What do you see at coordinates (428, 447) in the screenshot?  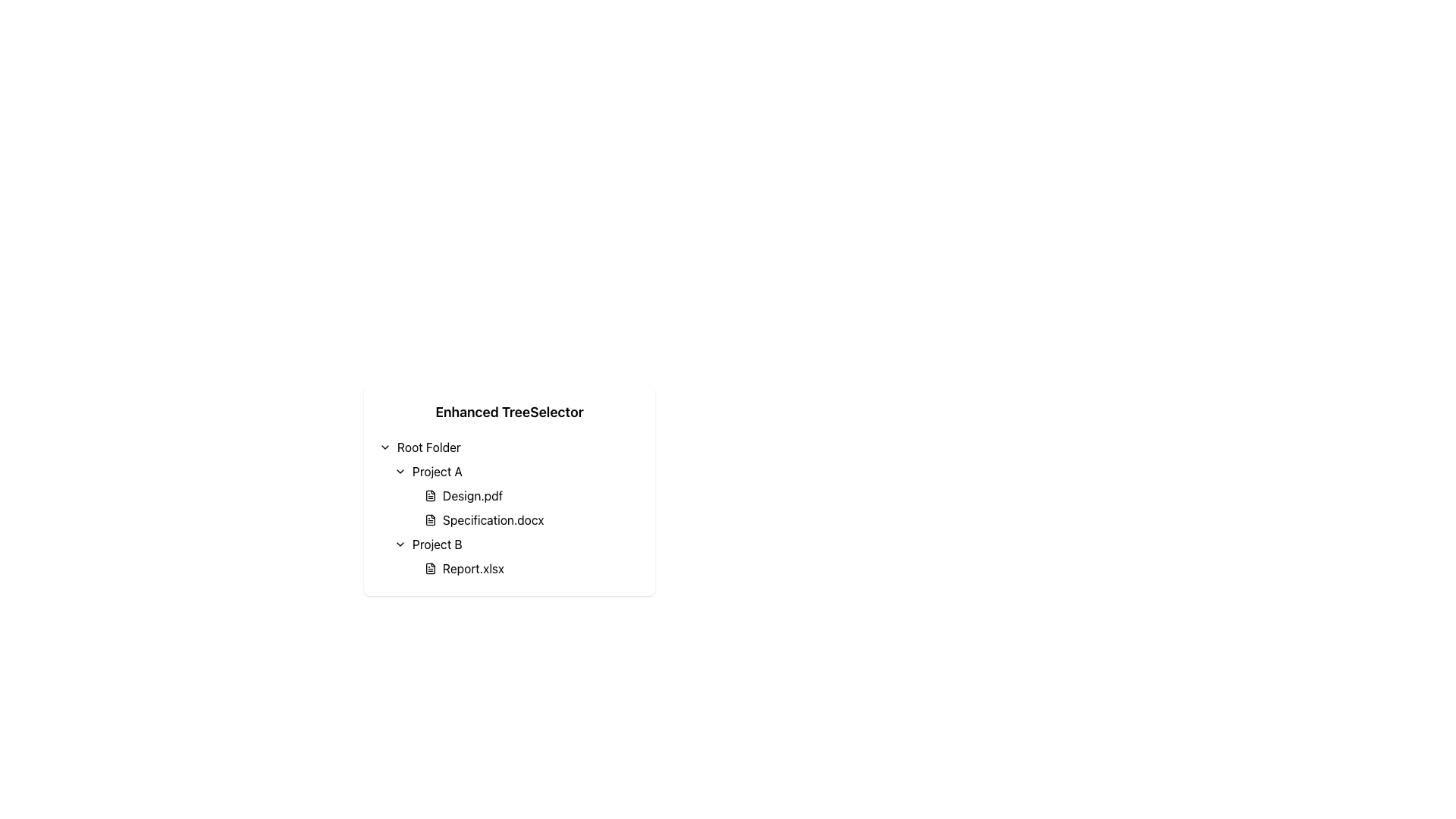 I see `the folder label for the root directory to expand or collapse its contents` at bounding box center [428, 447].